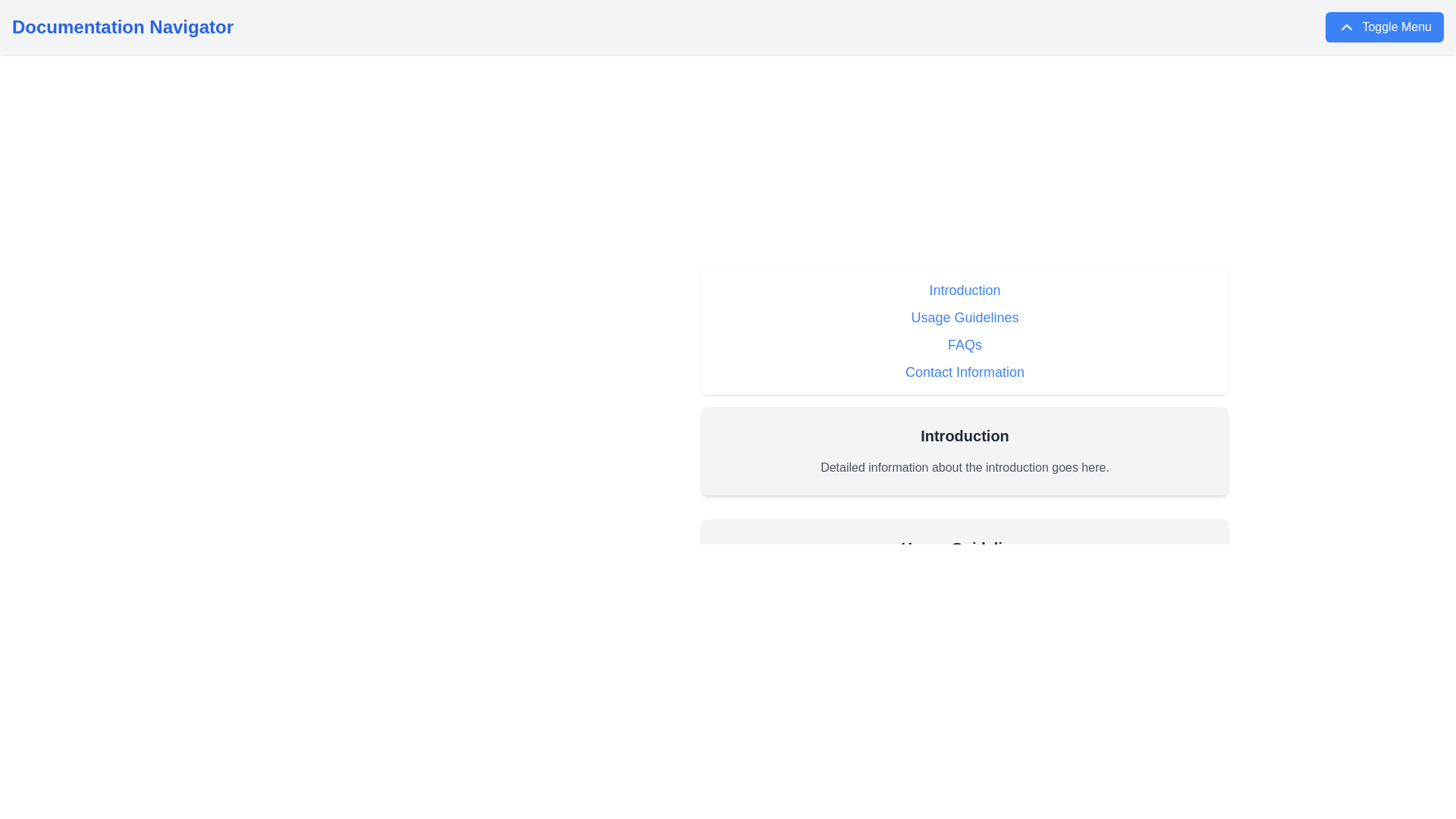 This screenshot has width=1456, height=819. Describe the element at coordinates (1347, 27) in the screenshot. I see `the upward chevron icon within the 'Toggle Menu' button located in the top-right corner of the interface` at that location.